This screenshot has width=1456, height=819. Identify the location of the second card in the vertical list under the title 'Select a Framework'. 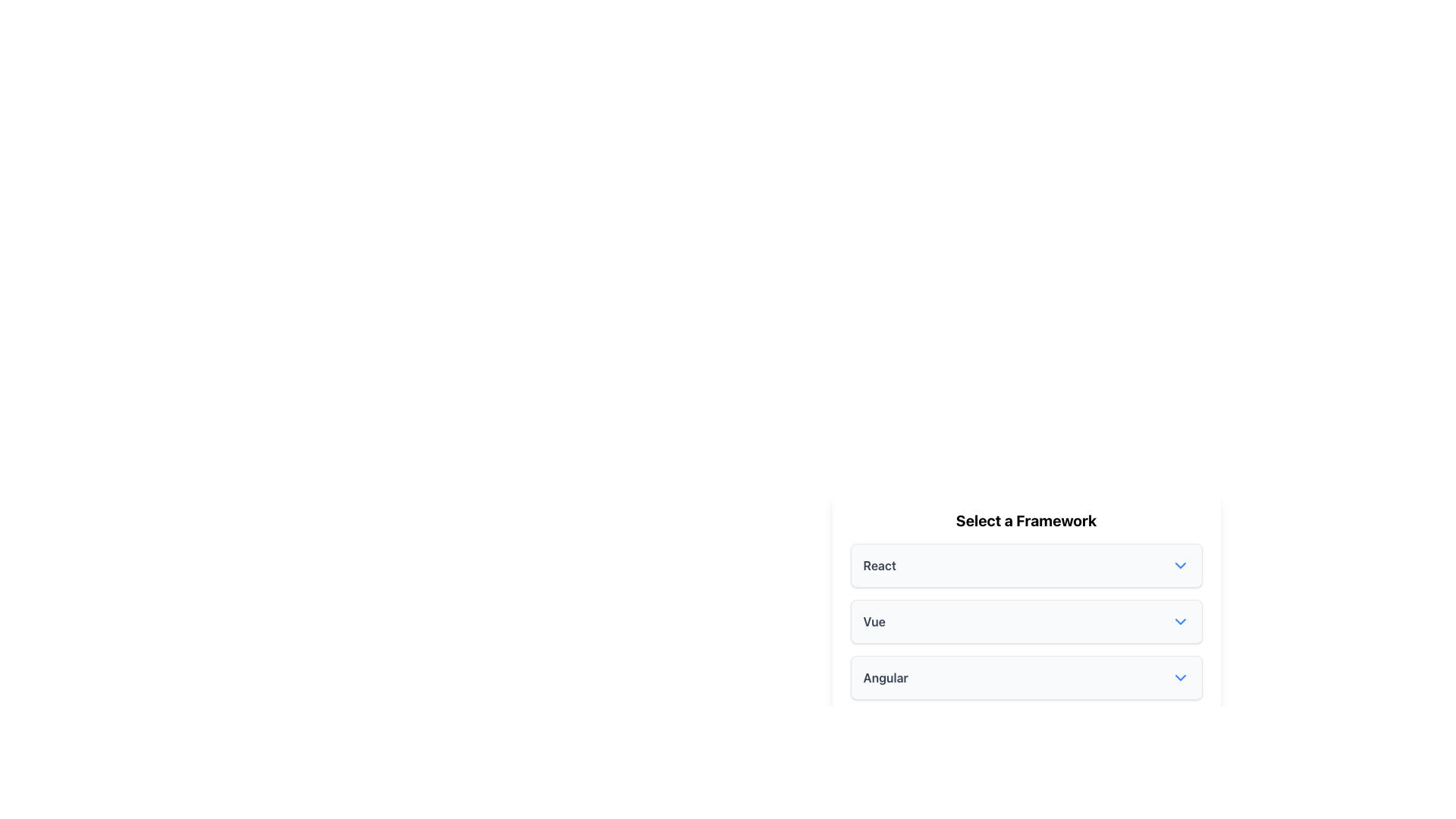
(1026, 648).